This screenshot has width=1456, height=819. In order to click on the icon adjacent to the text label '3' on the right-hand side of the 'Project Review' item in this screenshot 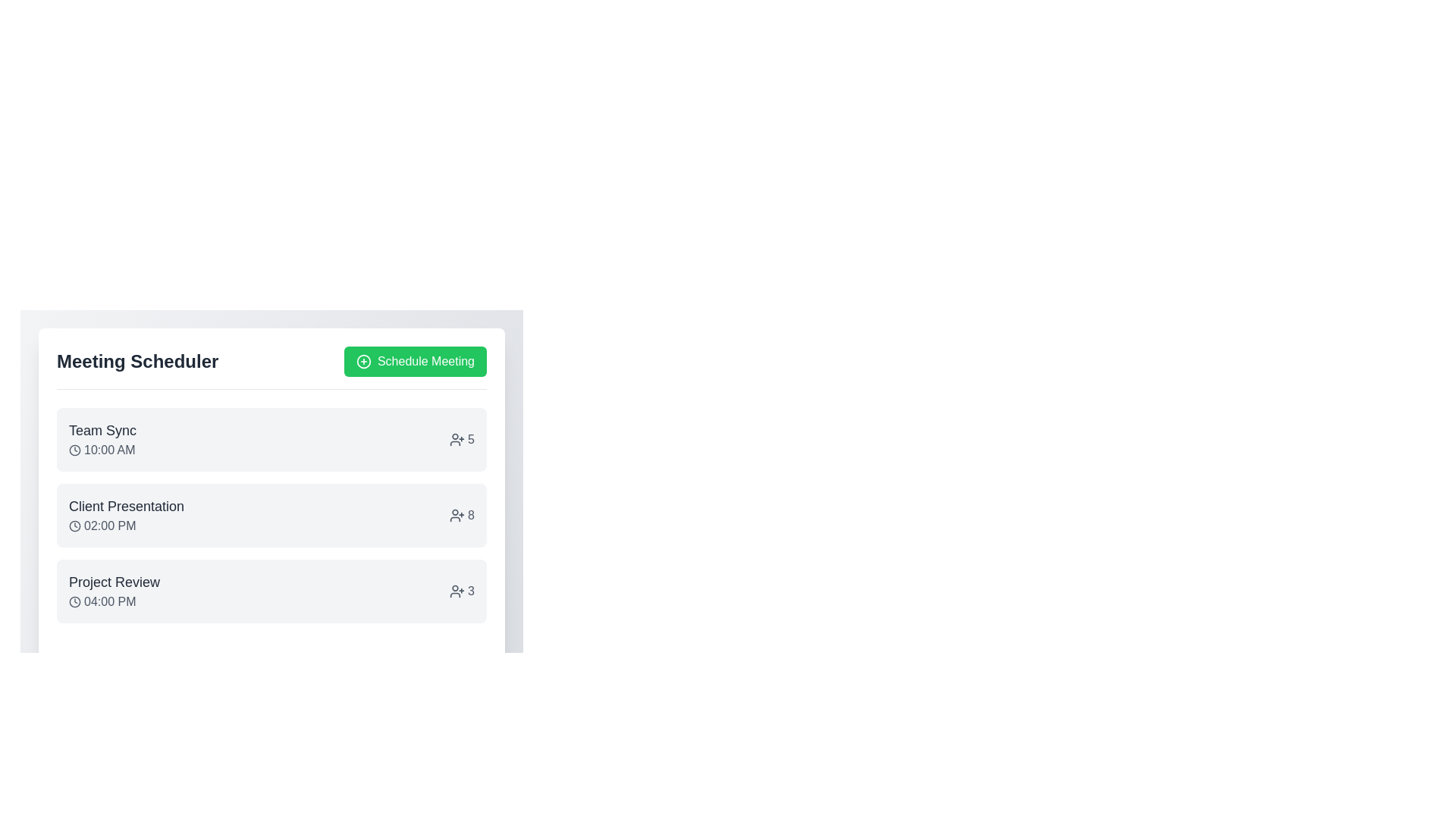, I will do `click(457, 590)`.